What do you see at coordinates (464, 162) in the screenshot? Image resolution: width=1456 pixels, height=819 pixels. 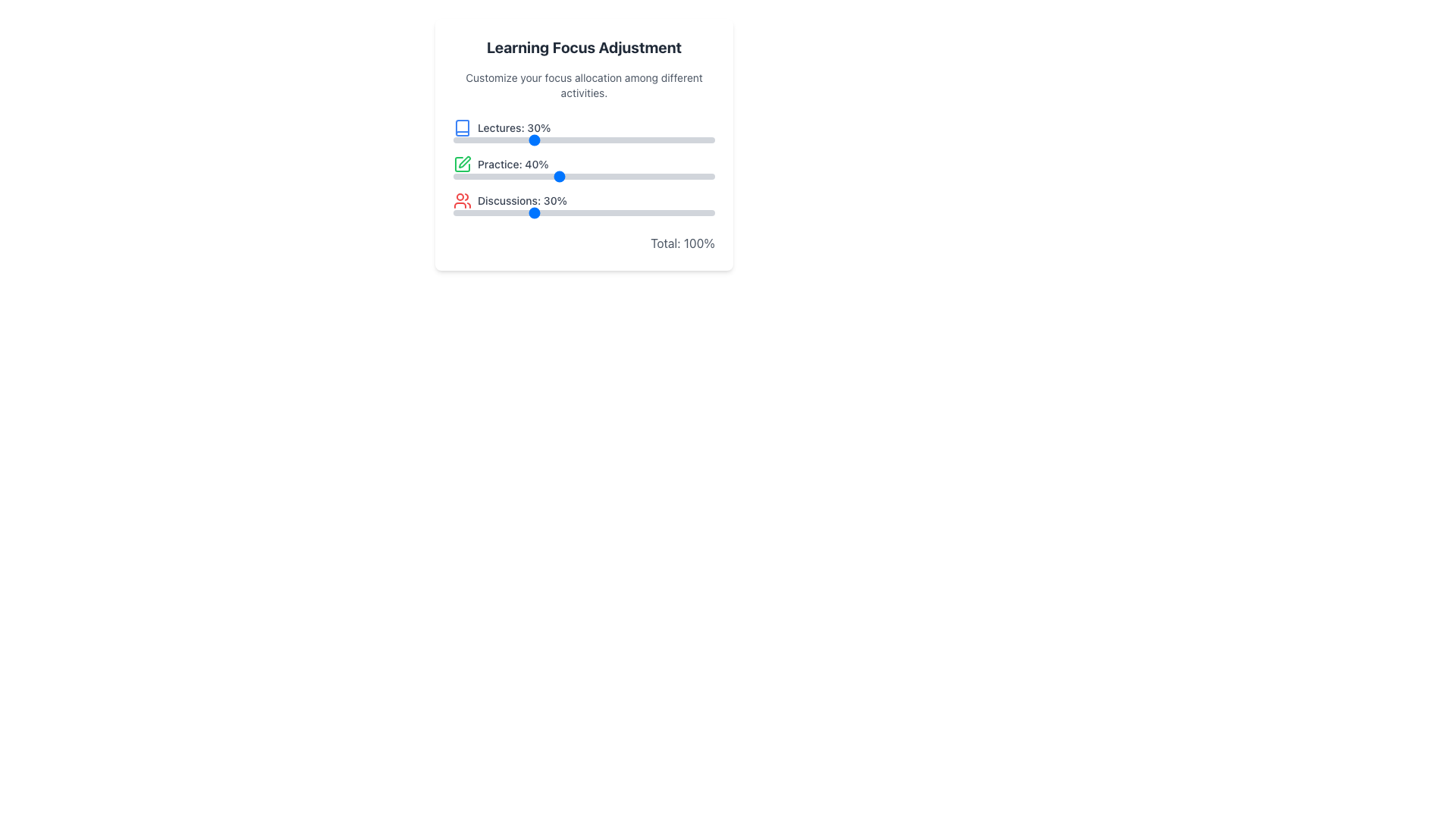 I see `the decorative SVG icon representing the action or status related to the 'Practice' entry in the activity allocation section, located slightly to the left of the 'Practice: 40%' label` at bounding box center [464, 162].